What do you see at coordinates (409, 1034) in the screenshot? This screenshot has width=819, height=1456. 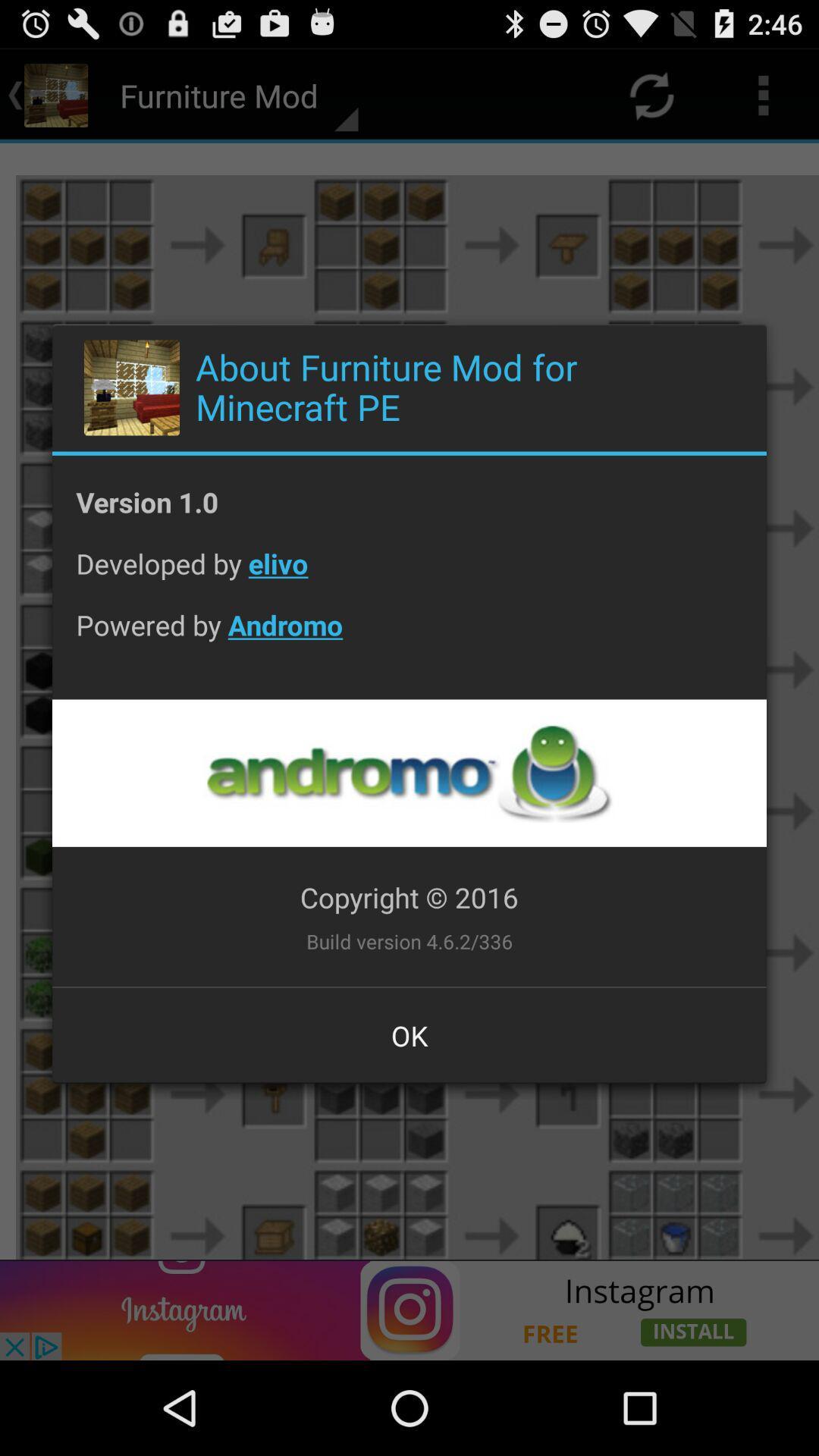 I see `the ok` at bounding box center [409, 1034].